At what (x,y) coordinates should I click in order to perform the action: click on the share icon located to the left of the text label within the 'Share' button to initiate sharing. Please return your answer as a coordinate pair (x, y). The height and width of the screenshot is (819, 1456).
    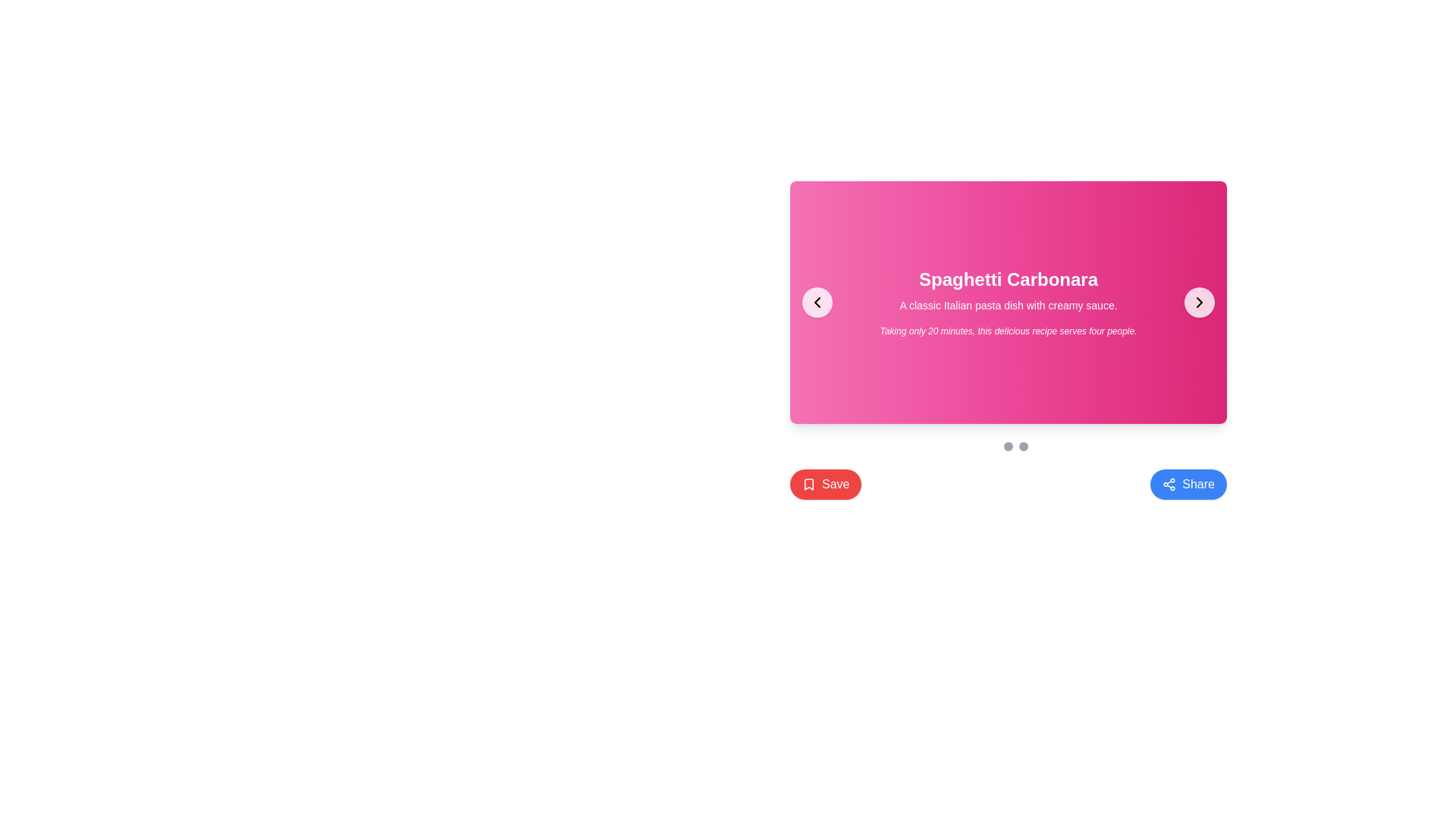
    Looking at the image, I should click on (1169, 485).